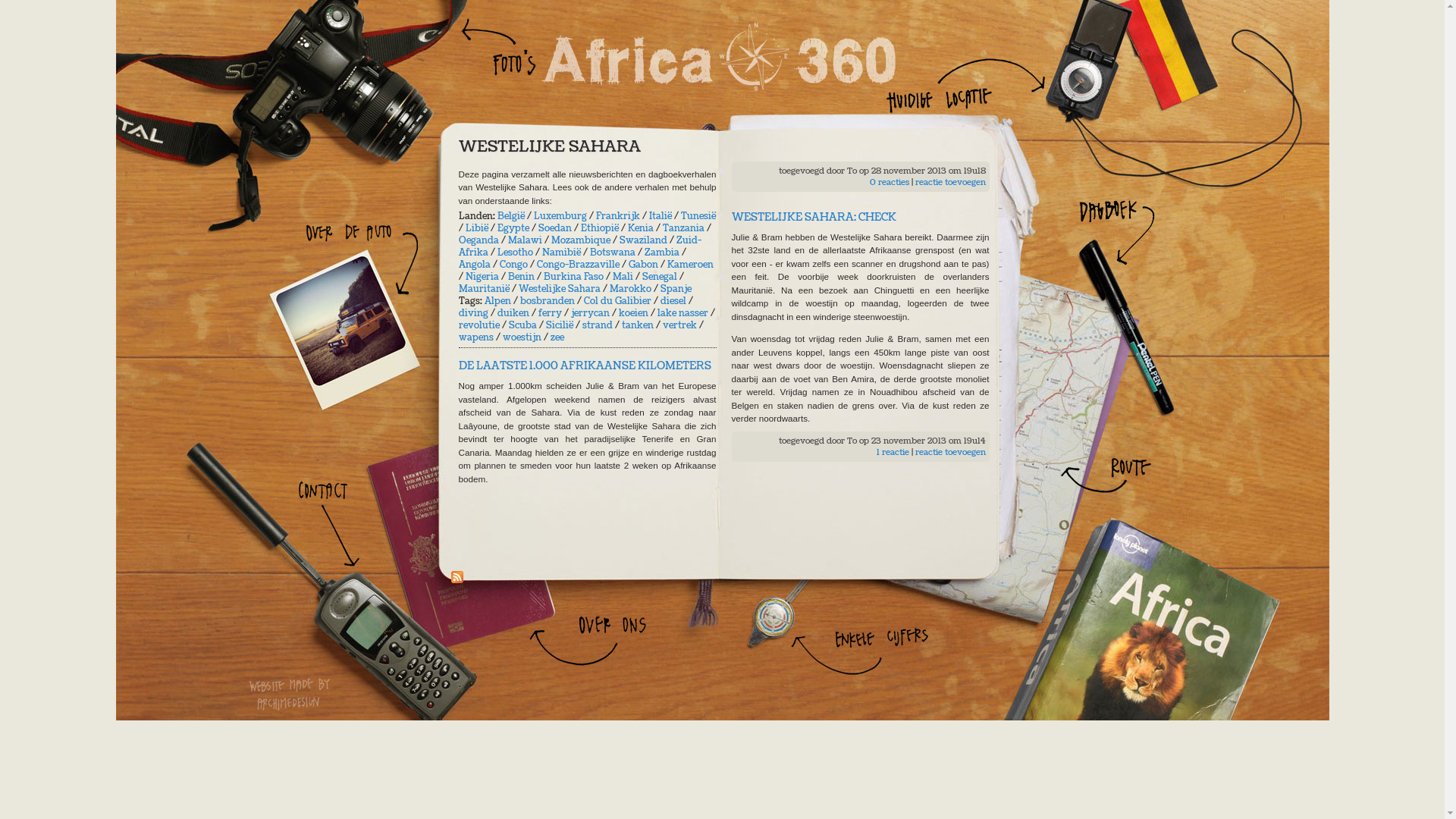 This screenshot has height=819, width=1456. I want to click on 'Benin', so click(521, 277).